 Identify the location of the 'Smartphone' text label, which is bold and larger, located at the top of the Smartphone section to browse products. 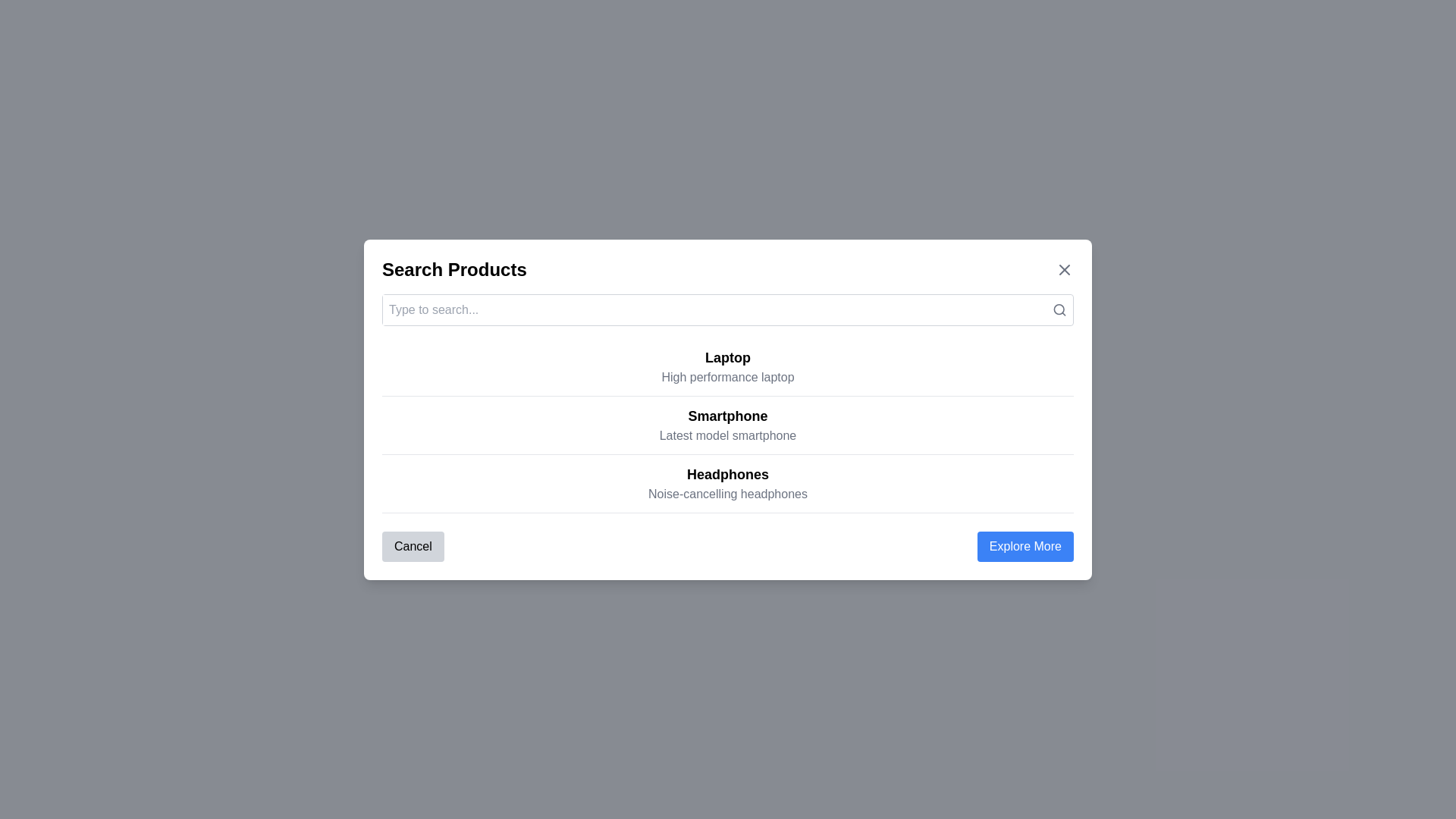
(728, 415).